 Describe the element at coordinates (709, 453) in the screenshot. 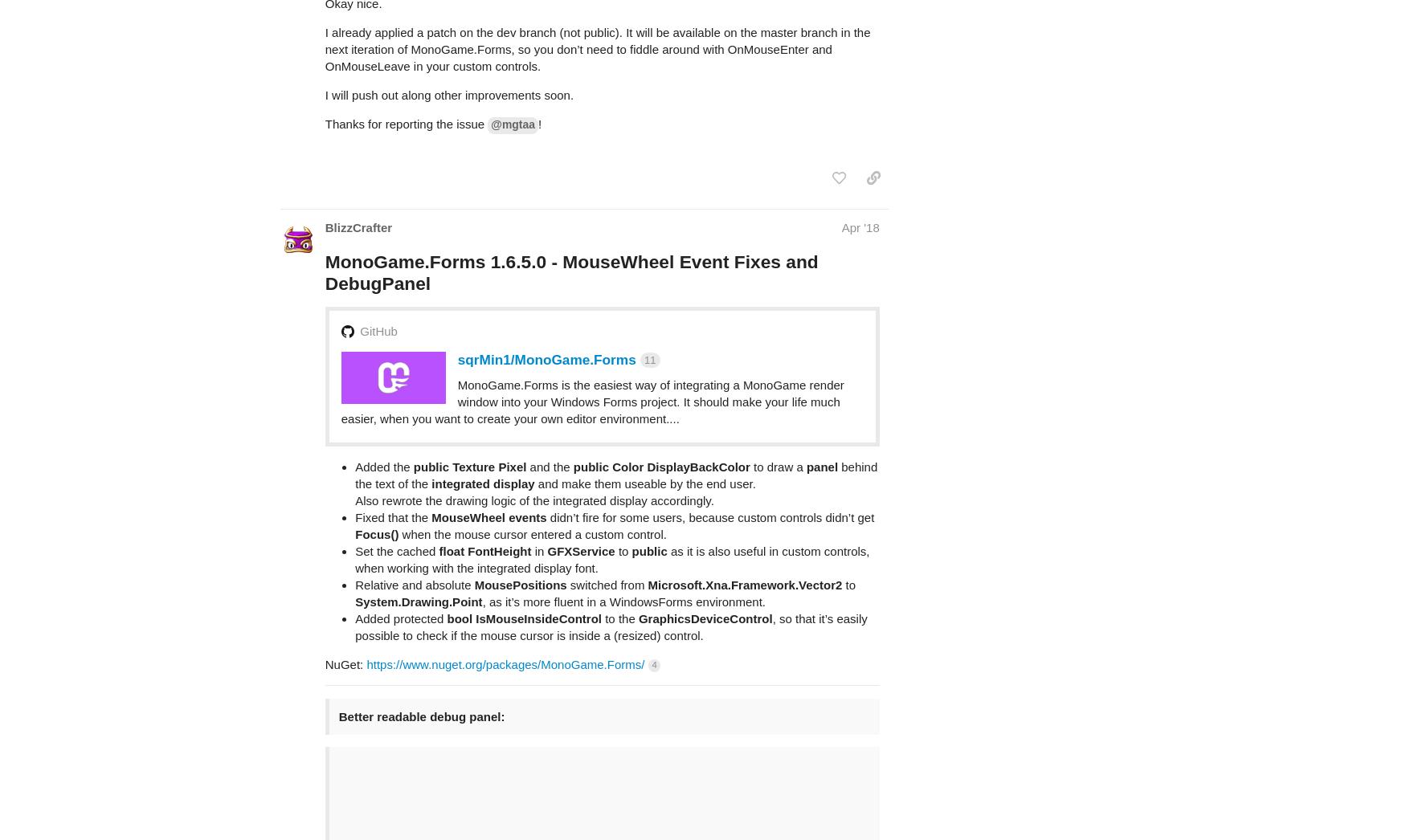

I see `'didn’t fire for some users, because custom controls didn’t get'` at that location.